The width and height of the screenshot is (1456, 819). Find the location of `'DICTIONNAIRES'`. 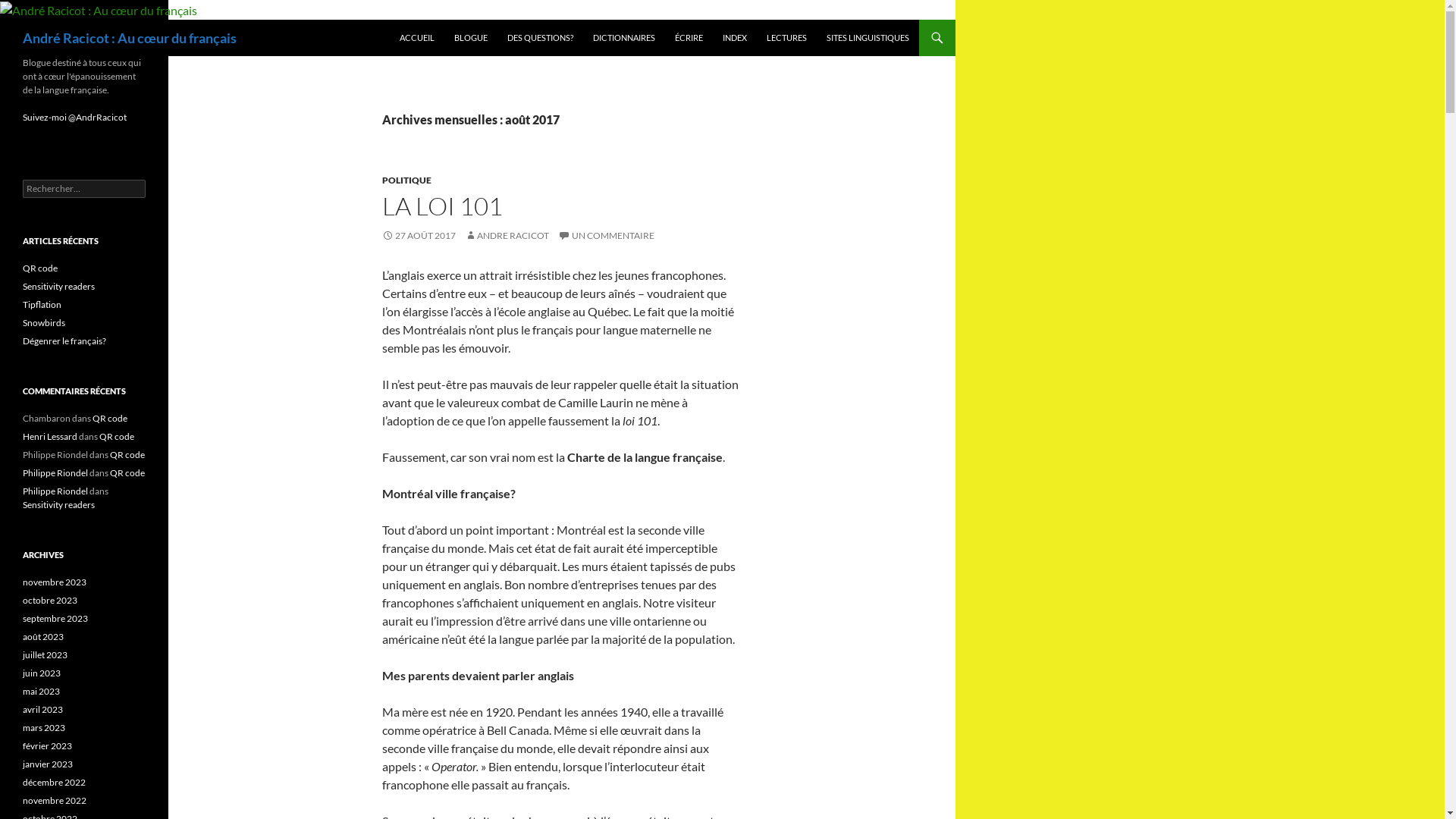

'DICTIONNAIRES' is located at coordinates (623, 37).